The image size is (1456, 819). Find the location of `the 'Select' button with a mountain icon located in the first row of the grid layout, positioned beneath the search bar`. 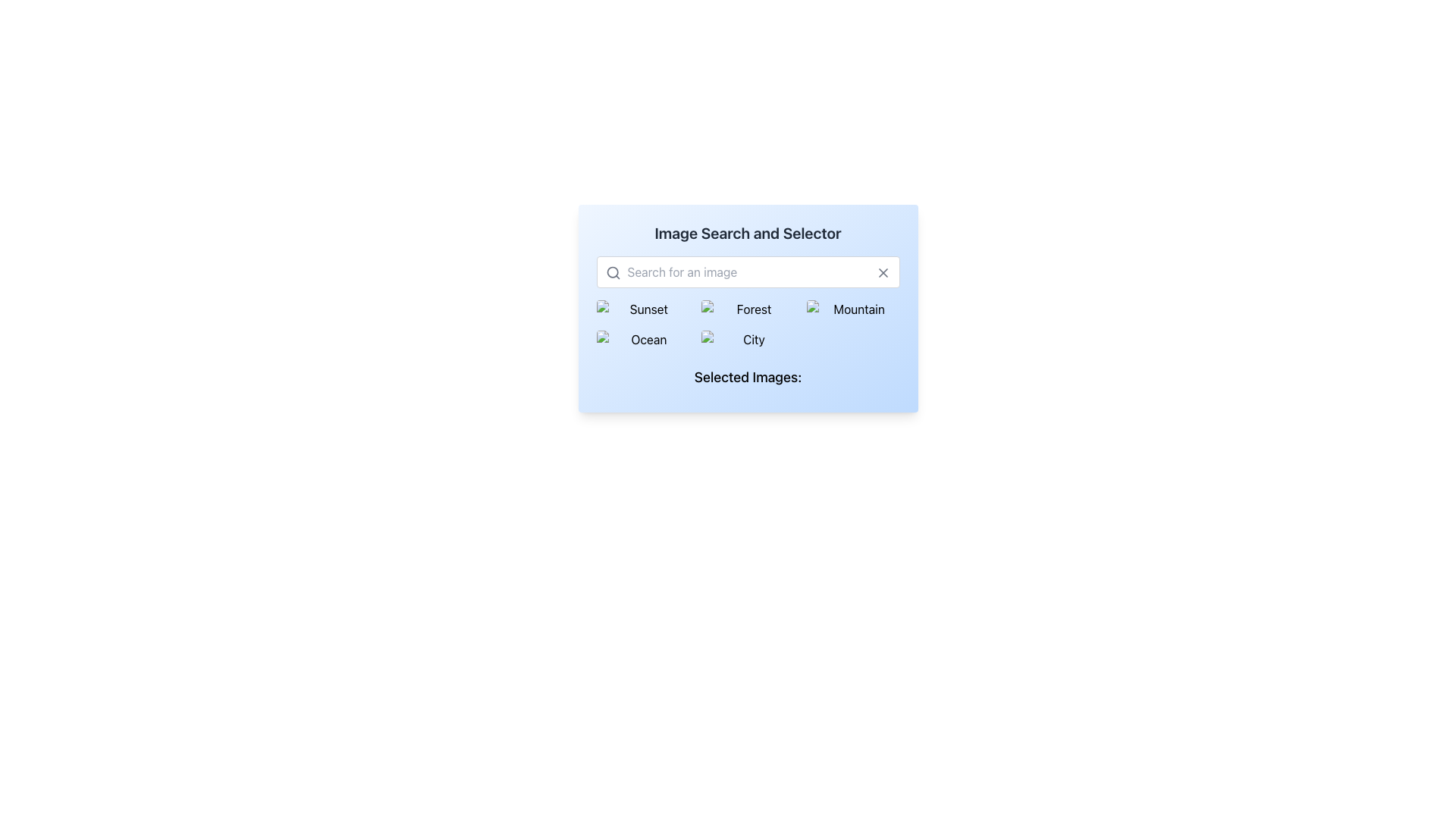

the 'Select' button with a mountain icon located in the first row of the grid layout, positioned beneath the search bar is located at coordinates (853, 309).